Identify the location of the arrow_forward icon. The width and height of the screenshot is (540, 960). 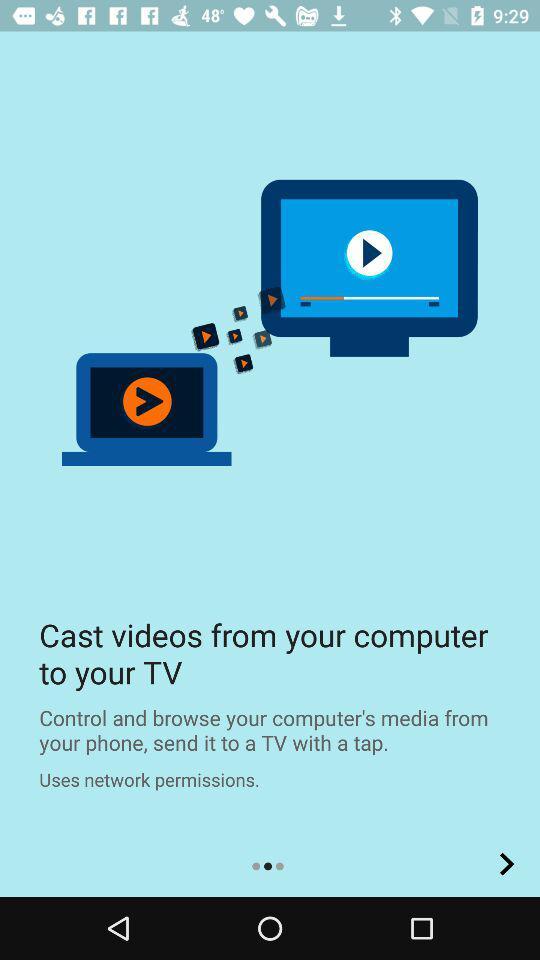
(507, 863).